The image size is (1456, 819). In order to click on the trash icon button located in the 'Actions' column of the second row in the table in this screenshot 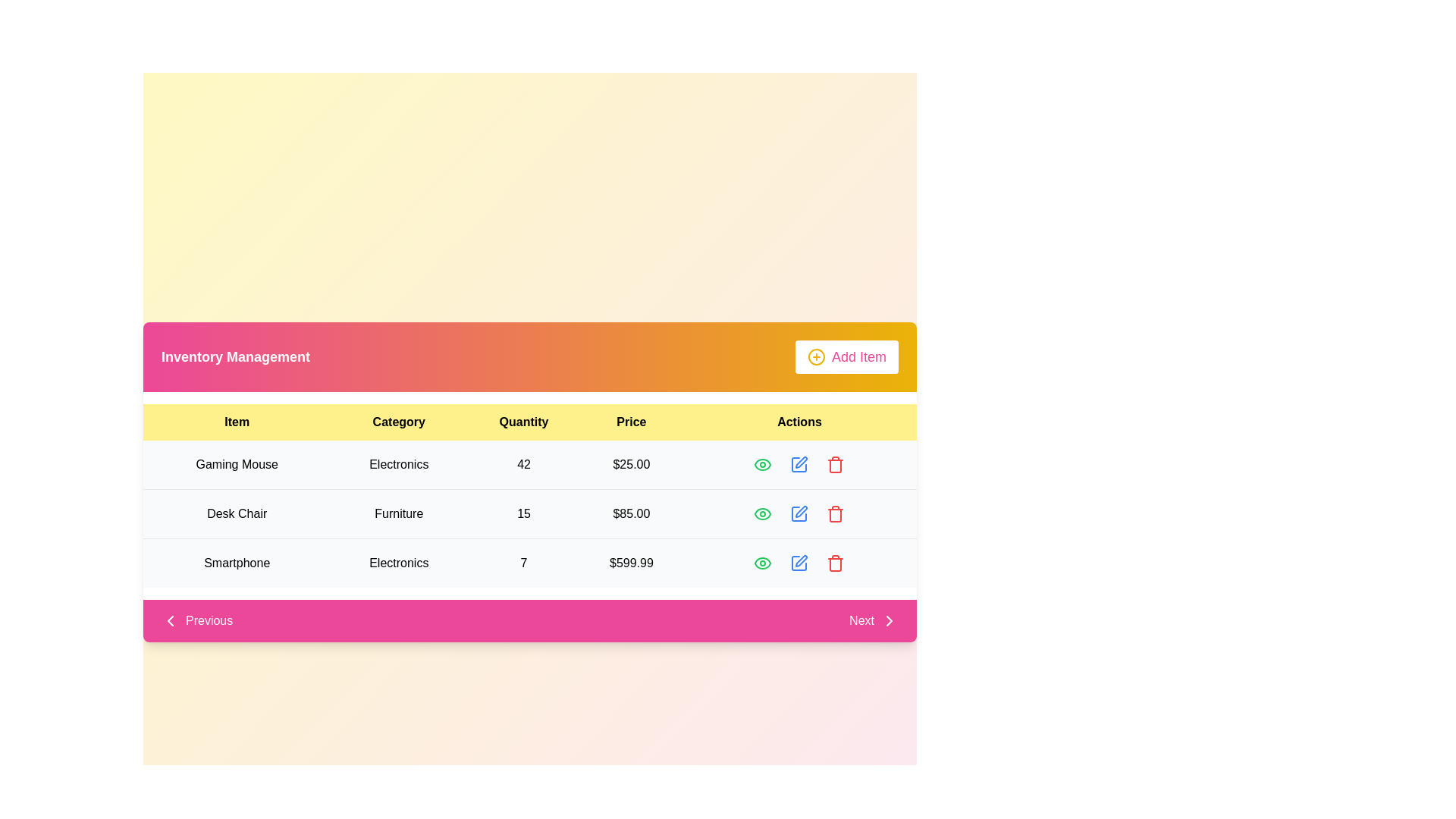, I will do `click(835, 513)`.